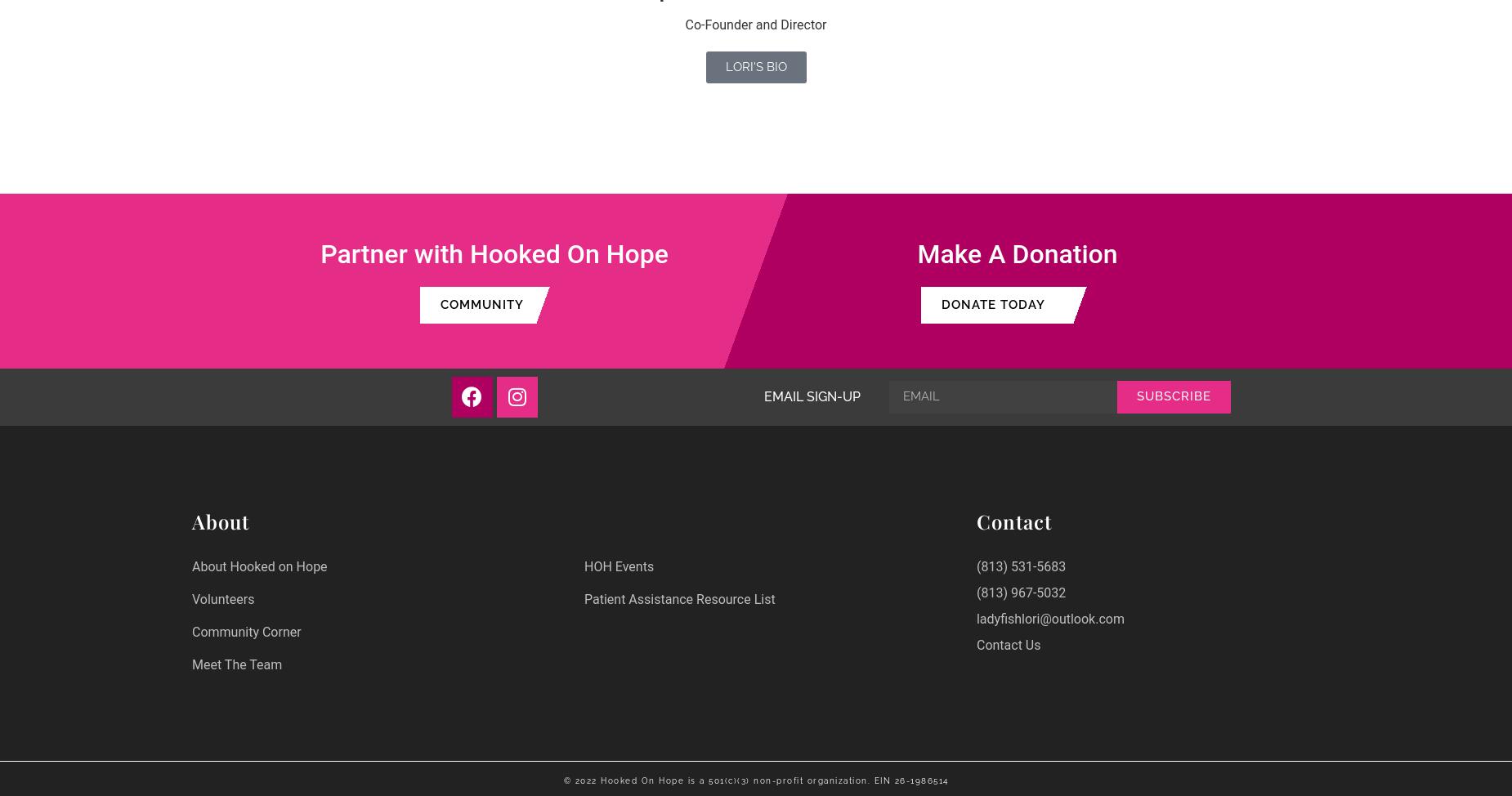 This screenshot has height=796, width=1512. Describe the element at coordinates (619, 566) in the screenshot. I see `'HOH Events'` at that location.